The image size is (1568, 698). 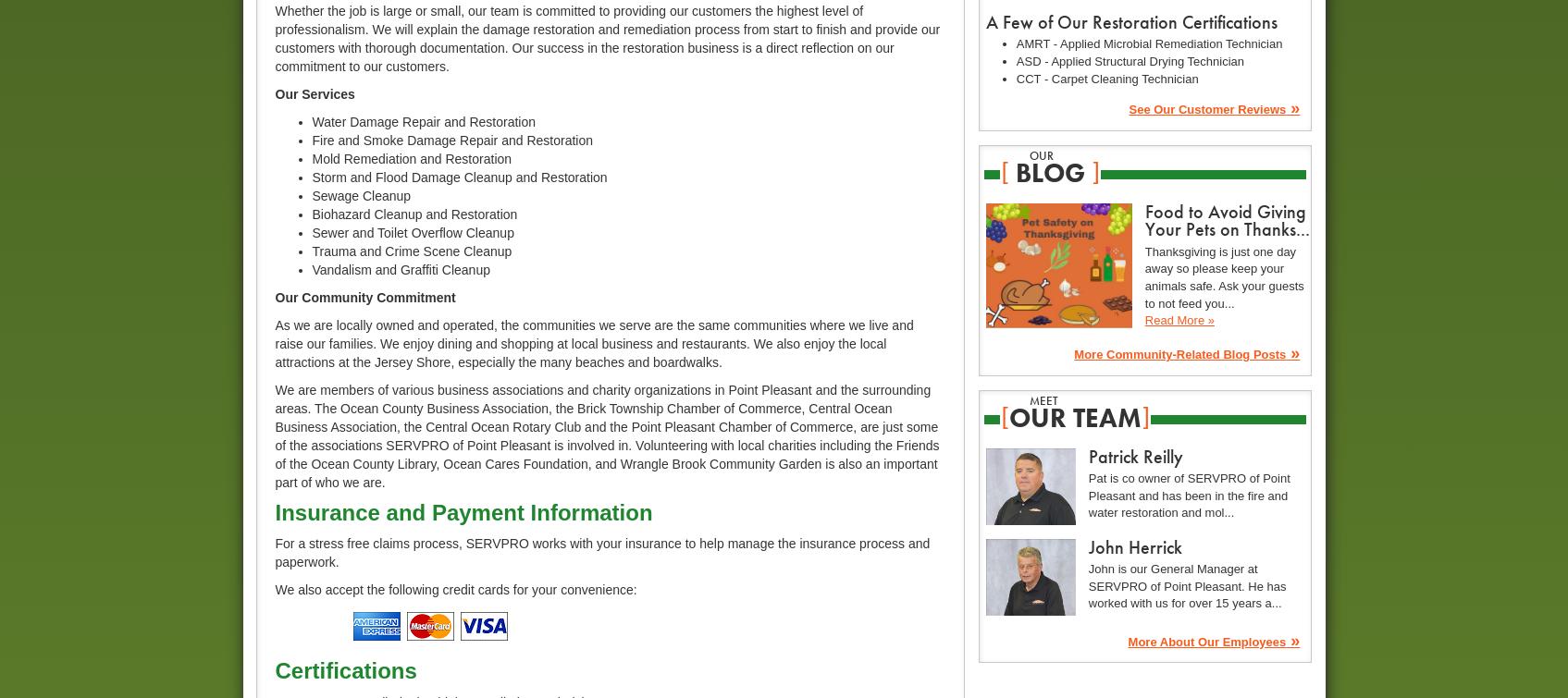 What do you see at coordinates (451, 140) in the screenshot?
I see `'Fire and Smoke Damage Repair and Restoration'` at bounding box center [451, 140].